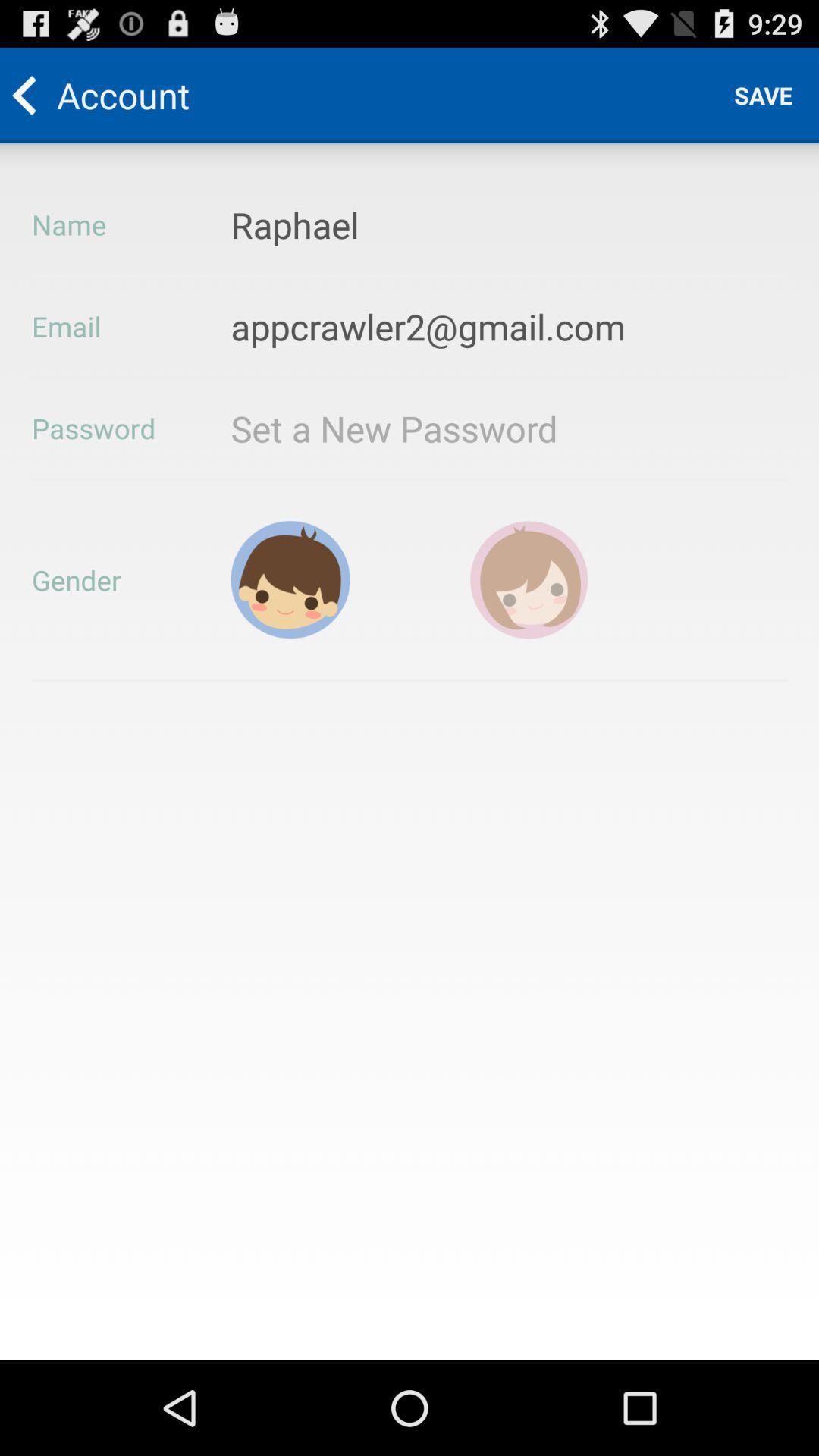 The image size is (819, 1456). Describe the element at coordinates (290, 579) in the screenshot. I see `small picture for male gender` at that location.